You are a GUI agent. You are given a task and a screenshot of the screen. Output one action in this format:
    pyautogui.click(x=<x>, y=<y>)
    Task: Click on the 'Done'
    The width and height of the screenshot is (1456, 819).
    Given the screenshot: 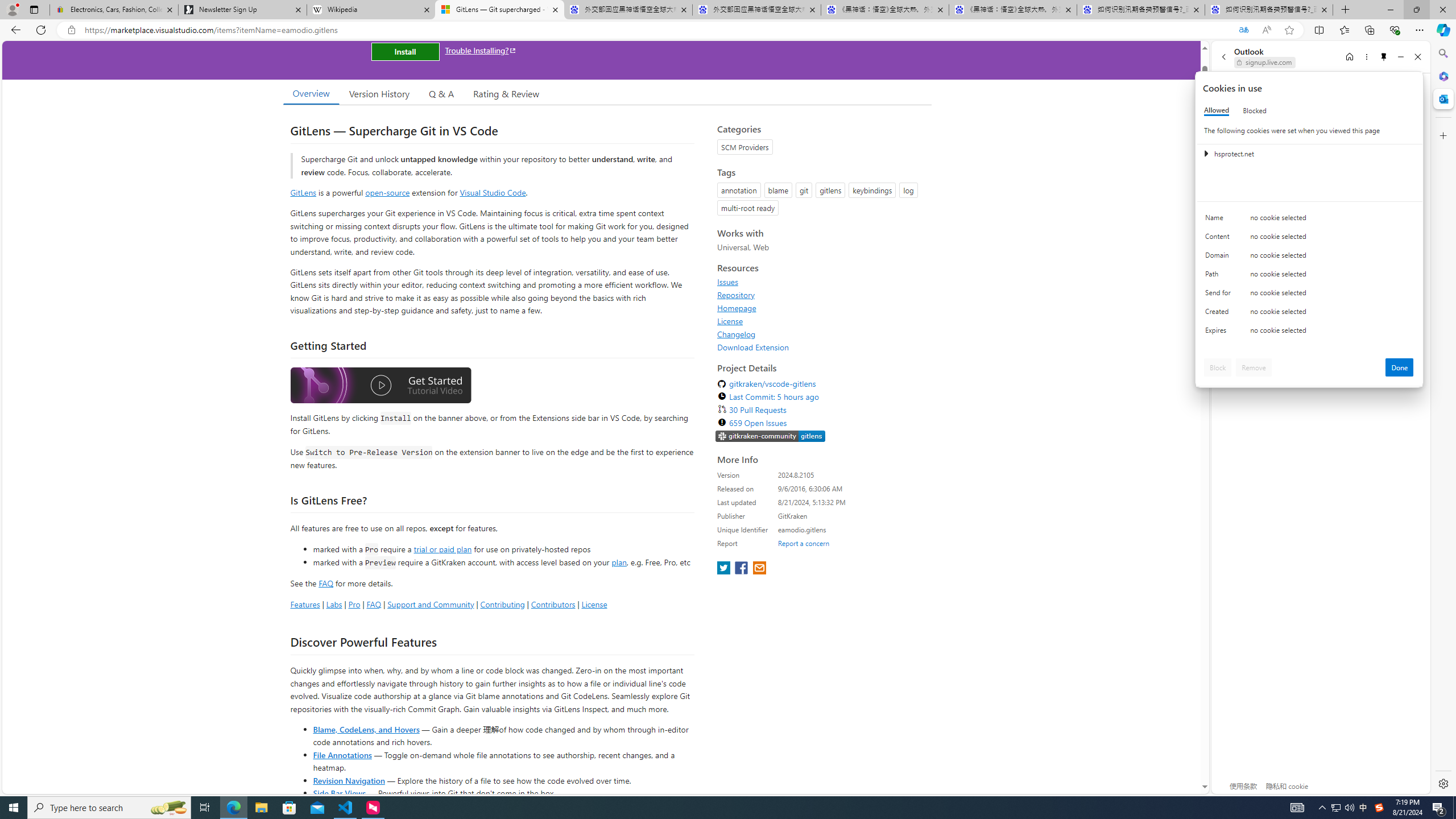 What is the action you would take?
    pyautogui.click(x=1400, y=367)
    